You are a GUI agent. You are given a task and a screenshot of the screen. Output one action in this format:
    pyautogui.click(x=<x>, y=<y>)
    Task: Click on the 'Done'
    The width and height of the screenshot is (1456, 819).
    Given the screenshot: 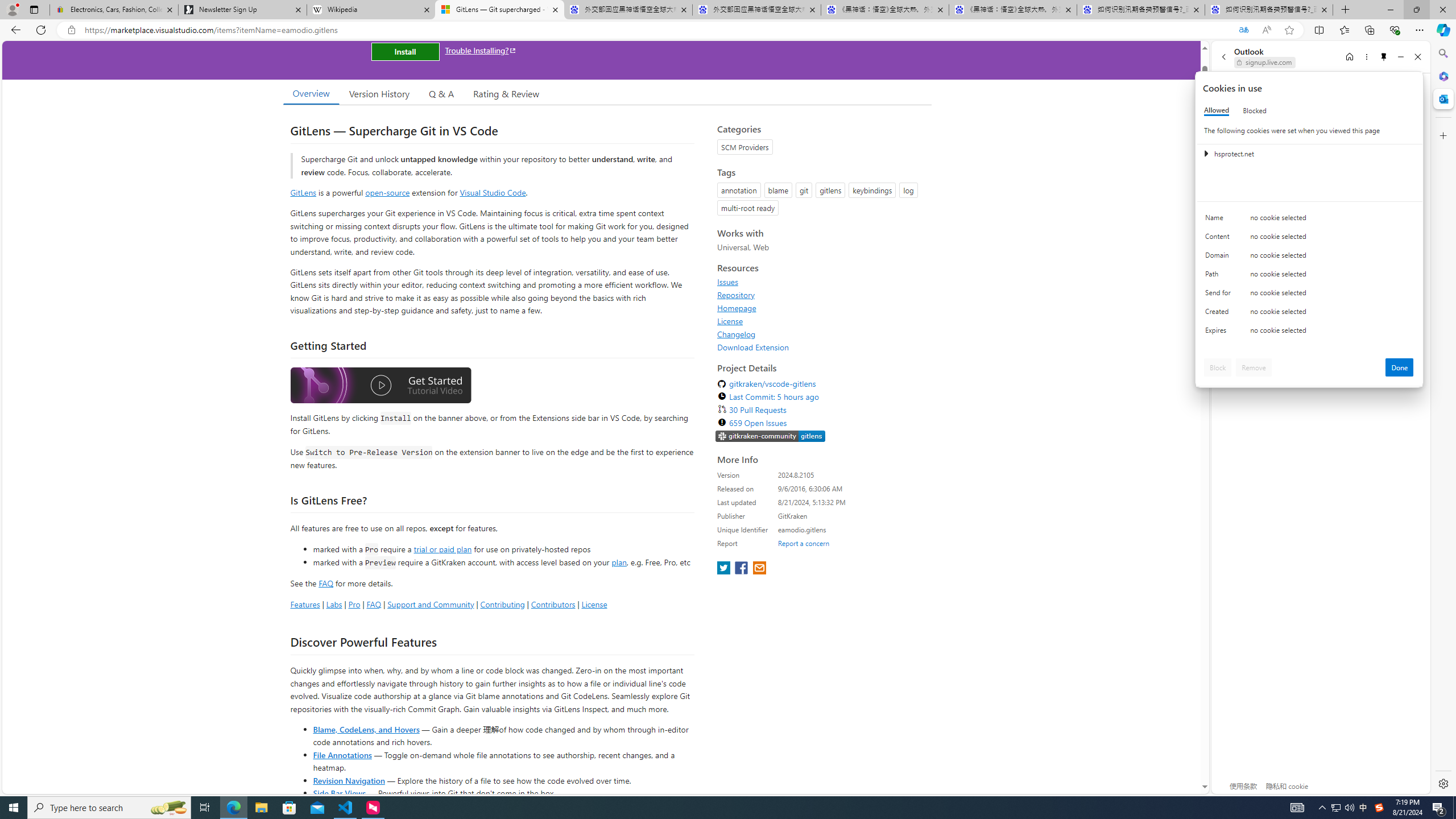 What is the action you would take?
    pyautogui.click(x=1400, y=367)
    